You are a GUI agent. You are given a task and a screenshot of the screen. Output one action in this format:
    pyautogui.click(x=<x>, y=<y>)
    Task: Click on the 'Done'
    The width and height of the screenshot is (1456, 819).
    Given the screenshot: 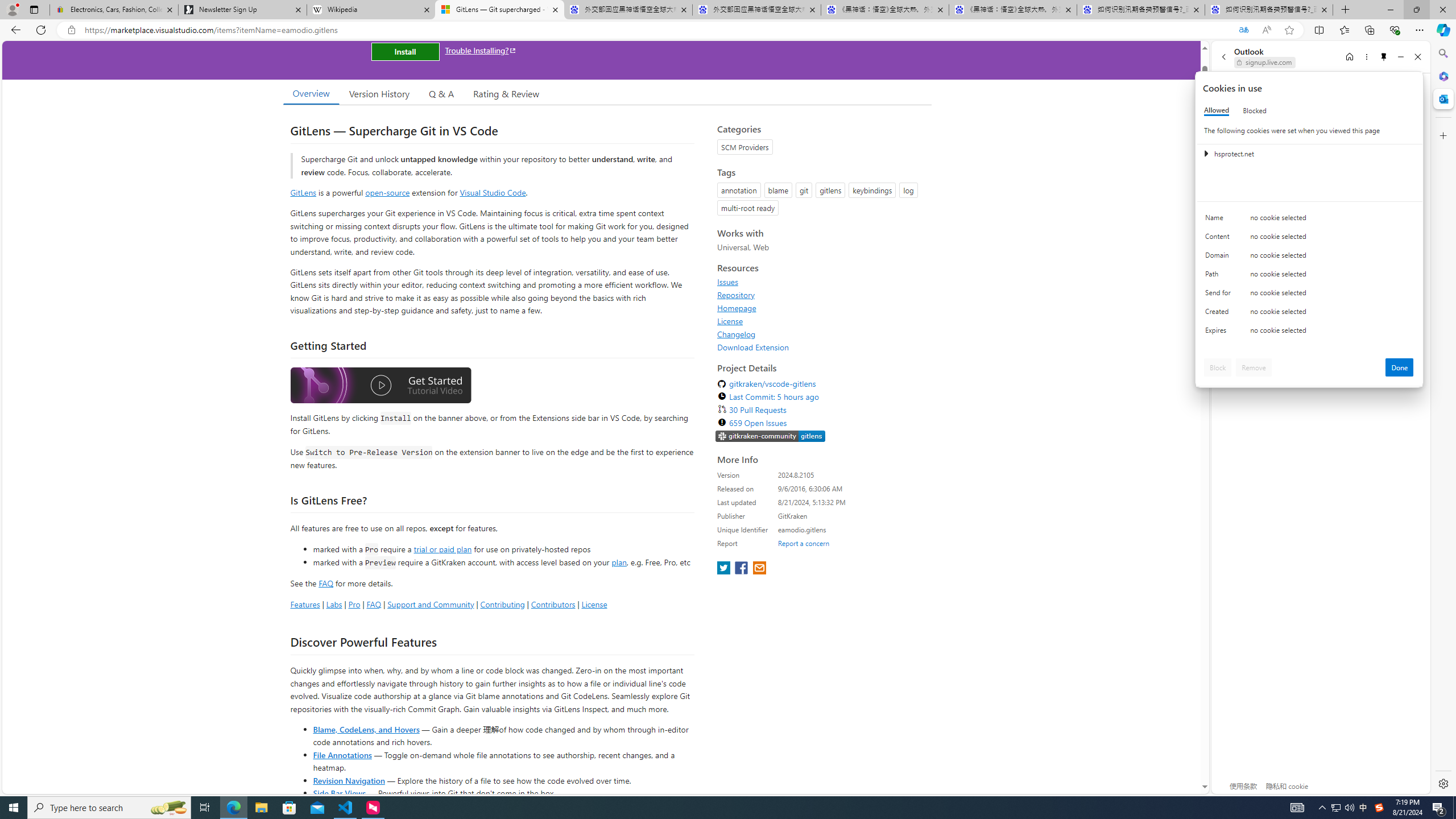 What is the action you would take?
    pyautogui.click(x=1400, y=367)
    